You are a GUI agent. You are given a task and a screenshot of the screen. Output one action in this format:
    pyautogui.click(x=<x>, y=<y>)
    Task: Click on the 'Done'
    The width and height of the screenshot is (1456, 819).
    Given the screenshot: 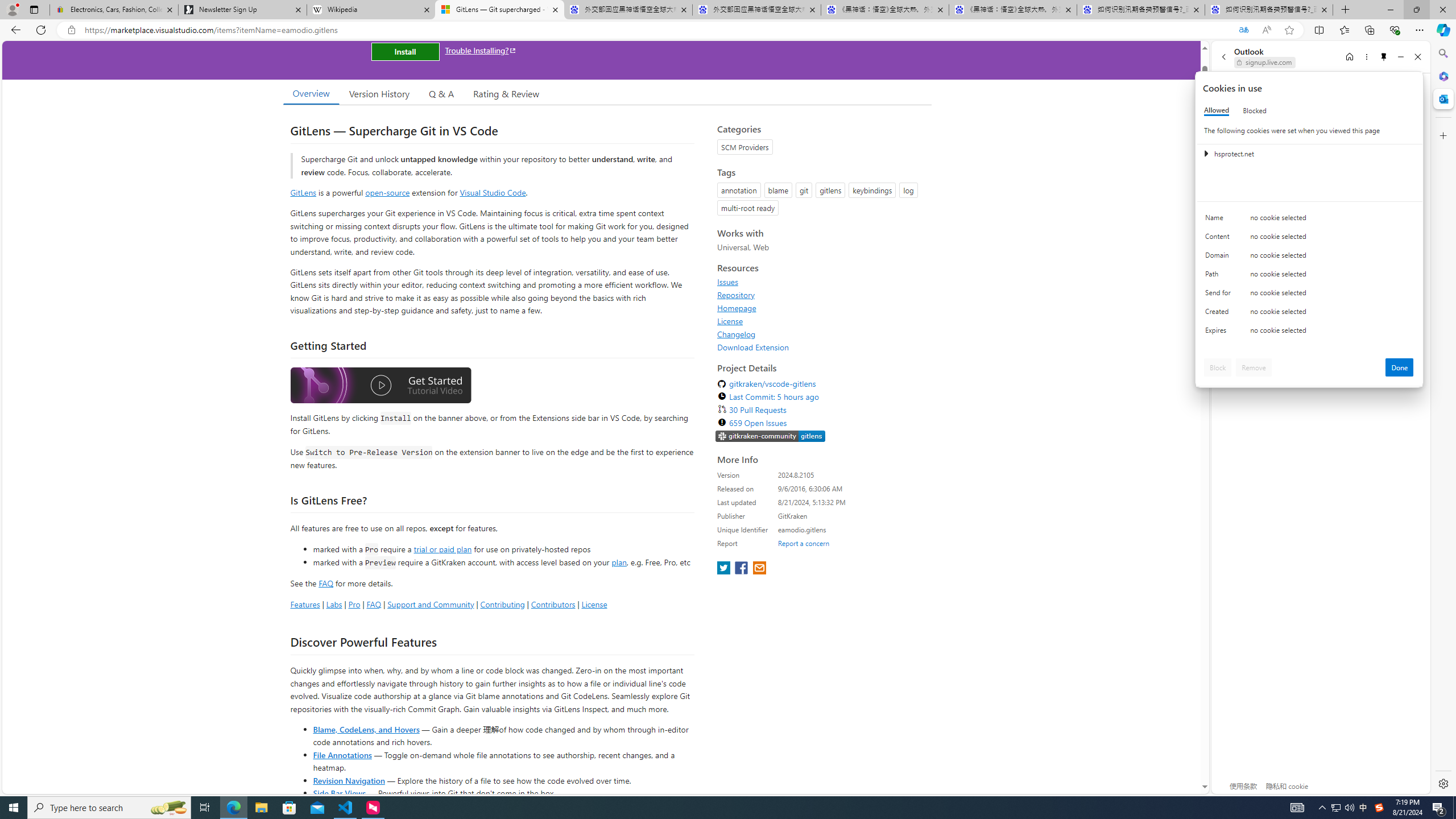 What is the action you would take?
    pyautogui.click(x=1400, y=367)
    